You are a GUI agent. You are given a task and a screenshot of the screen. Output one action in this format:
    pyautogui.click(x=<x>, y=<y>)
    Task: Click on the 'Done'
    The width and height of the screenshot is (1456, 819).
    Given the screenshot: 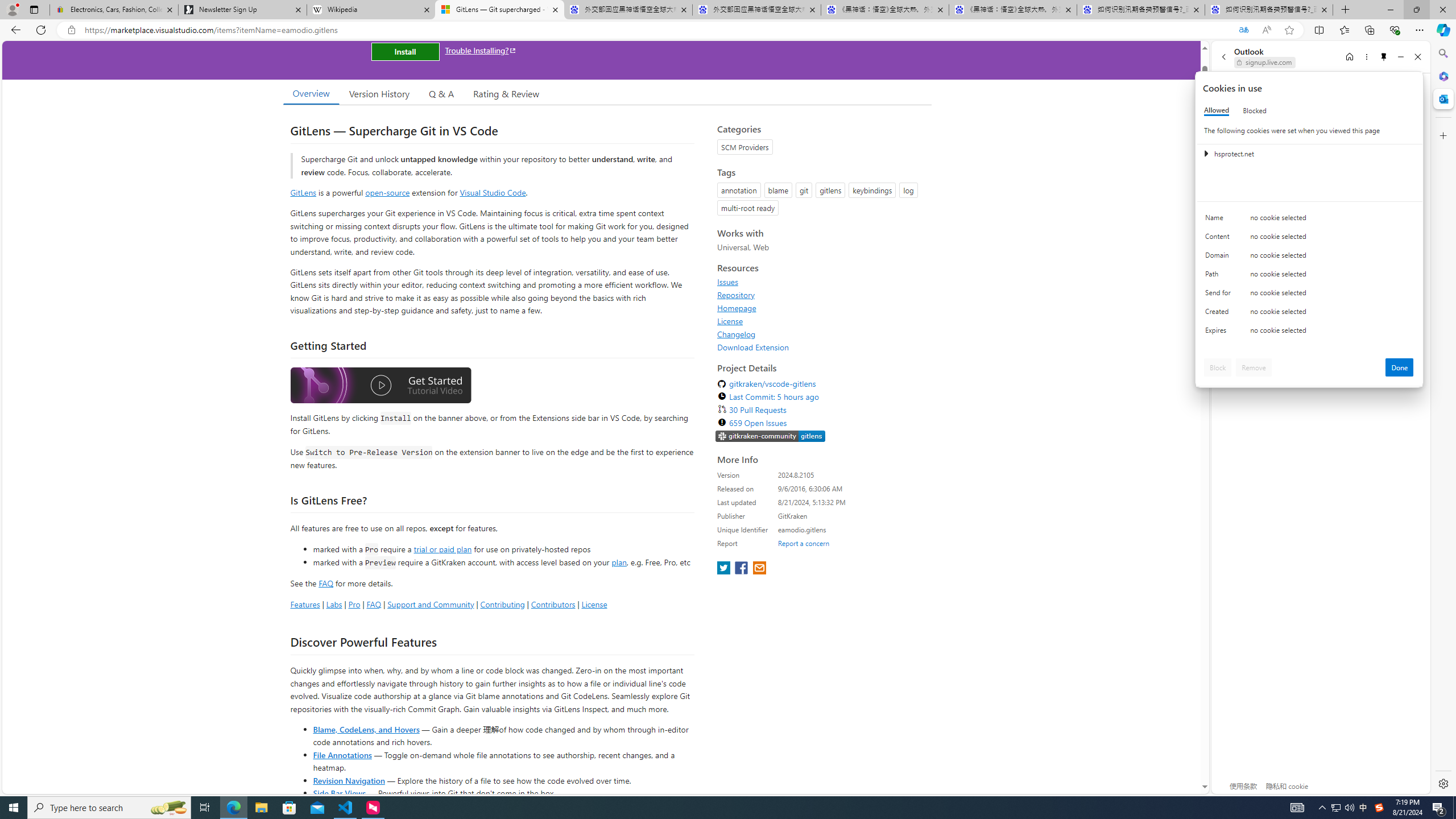 What is the action you would take?
    pyautogui.click(x=1400, y=367)
    